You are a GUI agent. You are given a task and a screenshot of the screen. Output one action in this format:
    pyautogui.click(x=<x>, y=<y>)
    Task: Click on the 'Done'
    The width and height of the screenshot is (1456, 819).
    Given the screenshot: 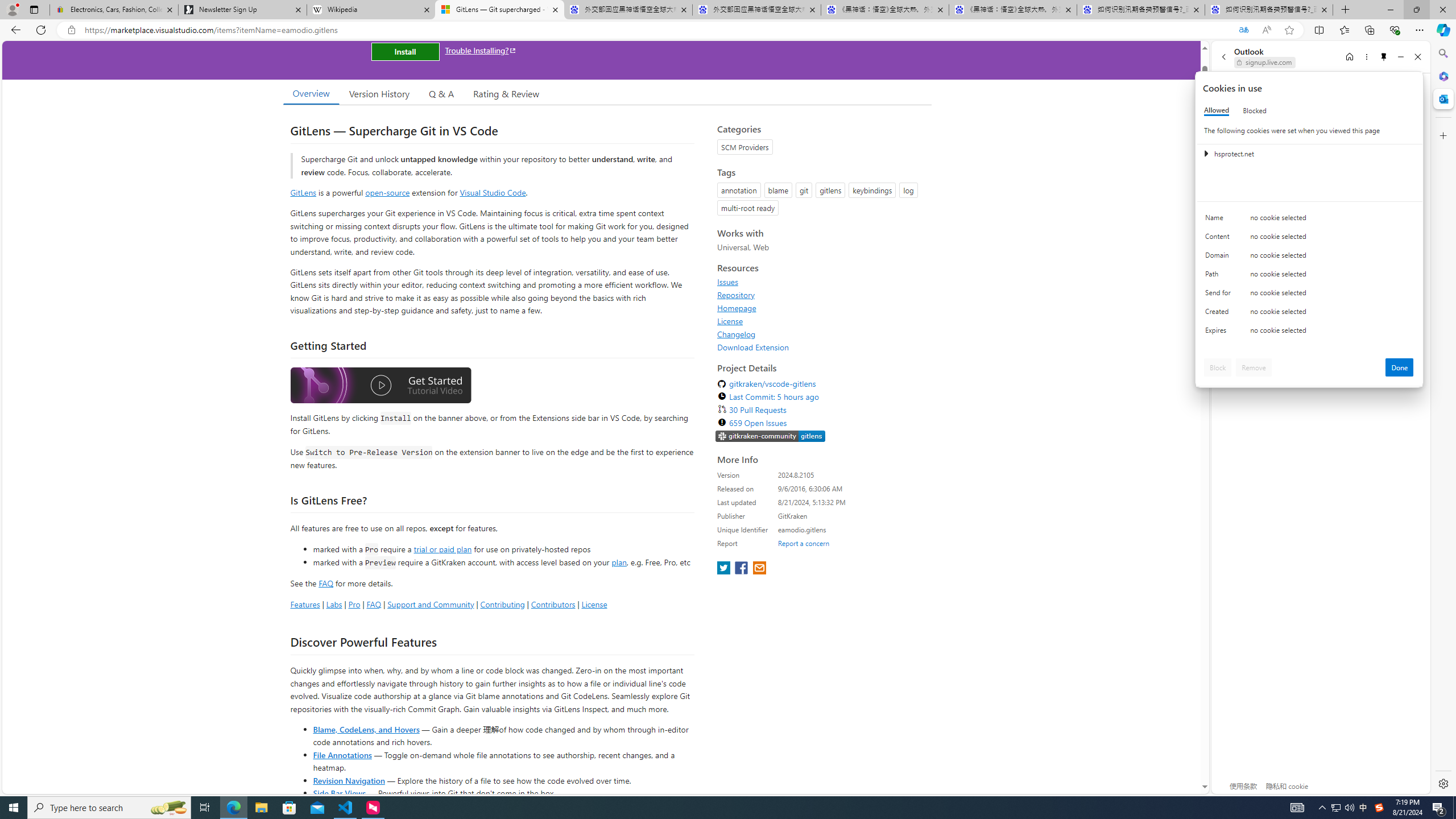 What is the action you would take?
    pyautogui.click(x=1400, y=367)
    